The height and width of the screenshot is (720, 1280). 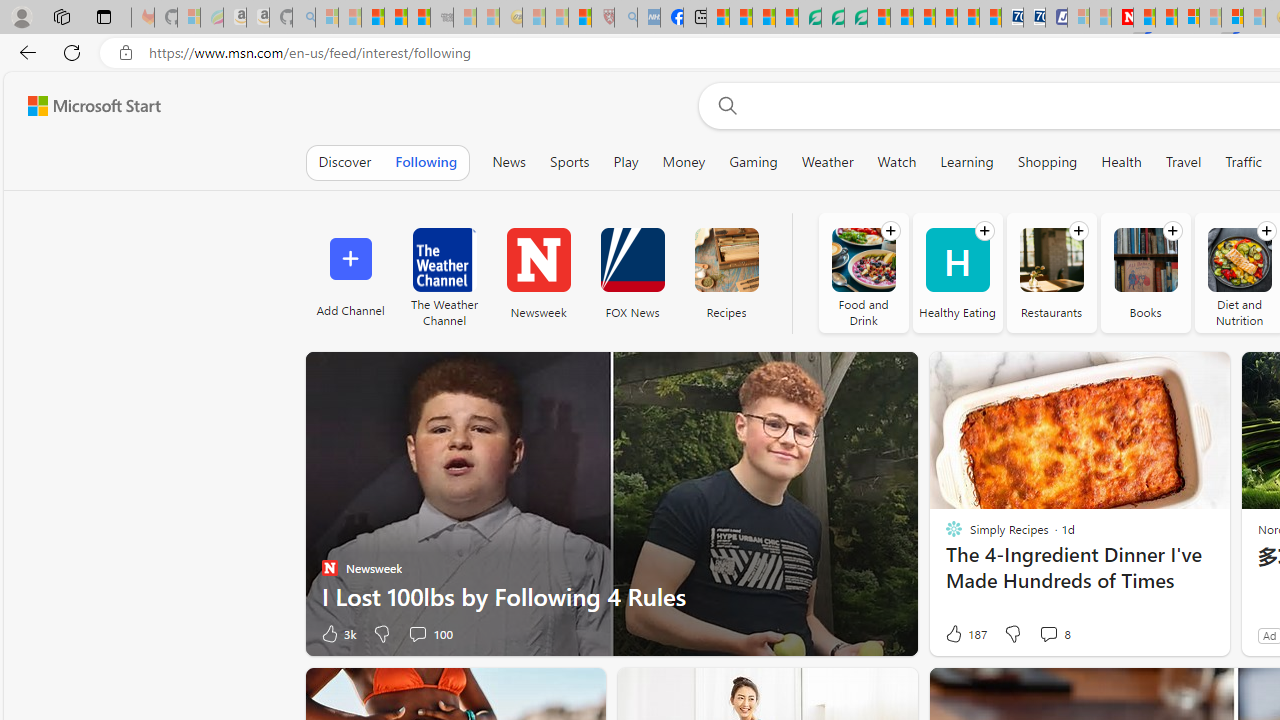 I want to click on 'Recipes', so click(x=725, y=272).